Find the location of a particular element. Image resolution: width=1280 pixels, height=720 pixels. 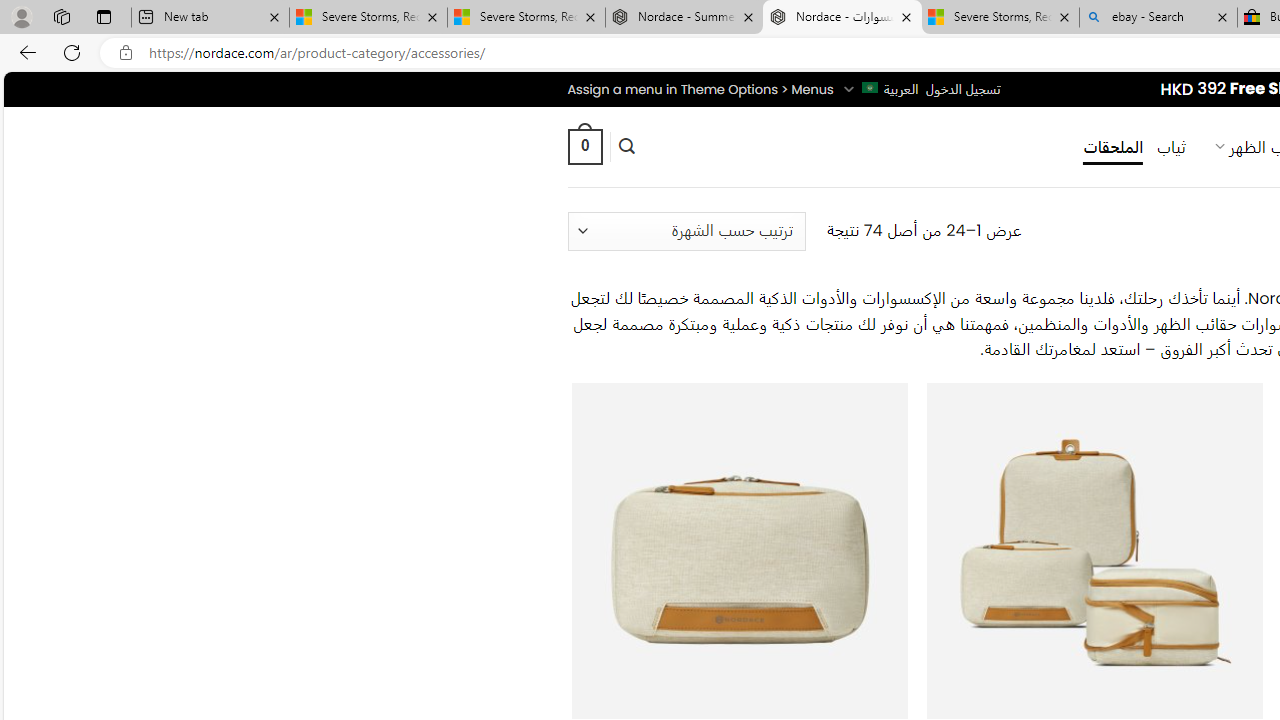

' 0 ' is located at coordinates (583, 145).